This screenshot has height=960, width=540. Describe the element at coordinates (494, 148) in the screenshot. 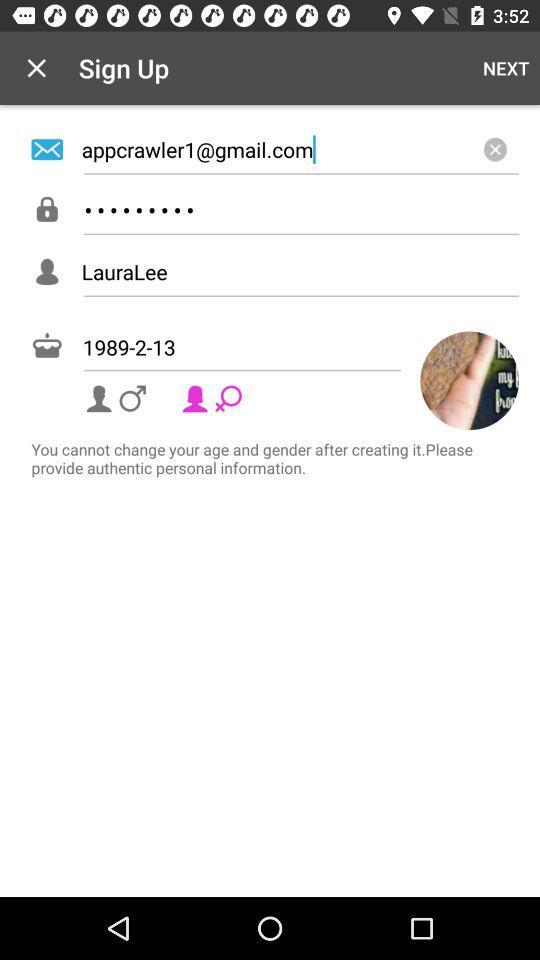

I see `the close icon which is below the next option` at that location.